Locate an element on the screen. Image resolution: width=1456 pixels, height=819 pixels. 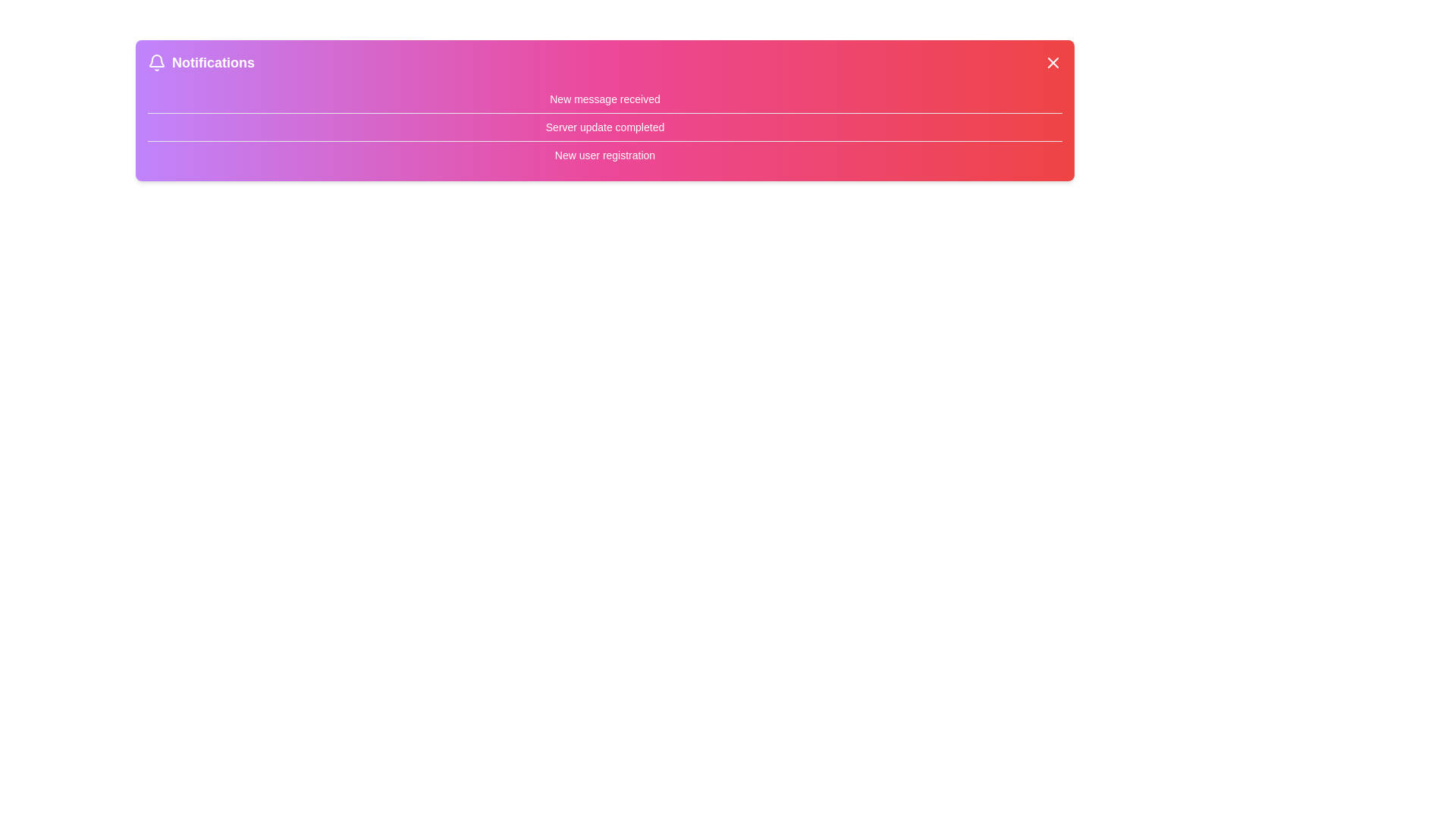
text label located at the top-left corner of the notification panel, which serves as a title for the panel and is positioned to the right of the bell icon is located at coordinates (212, 62).